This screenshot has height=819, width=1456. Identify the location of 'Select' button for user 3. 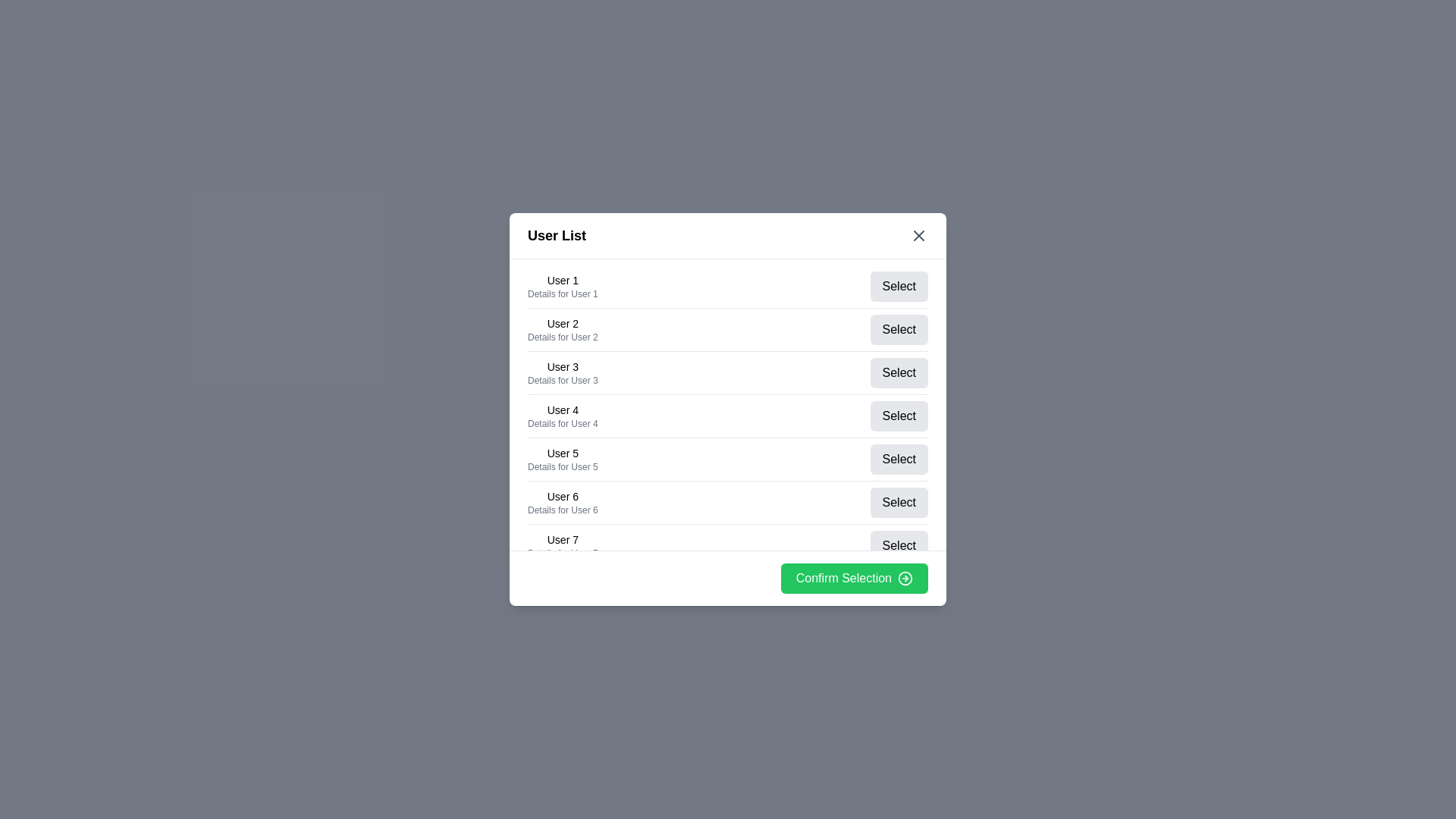
(899, 373).